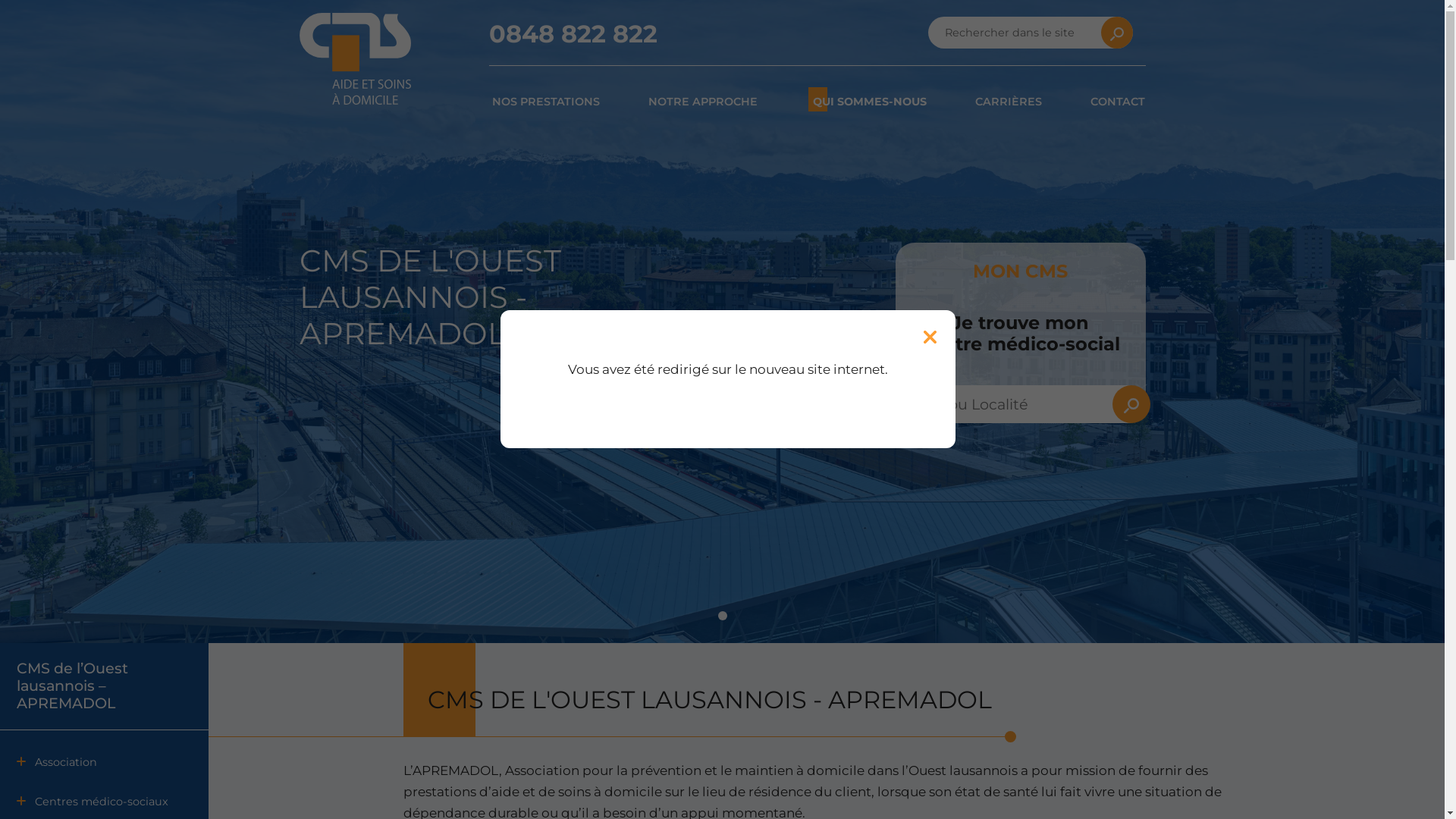  I want to click on 'CONTACT', so click(1117, 102).